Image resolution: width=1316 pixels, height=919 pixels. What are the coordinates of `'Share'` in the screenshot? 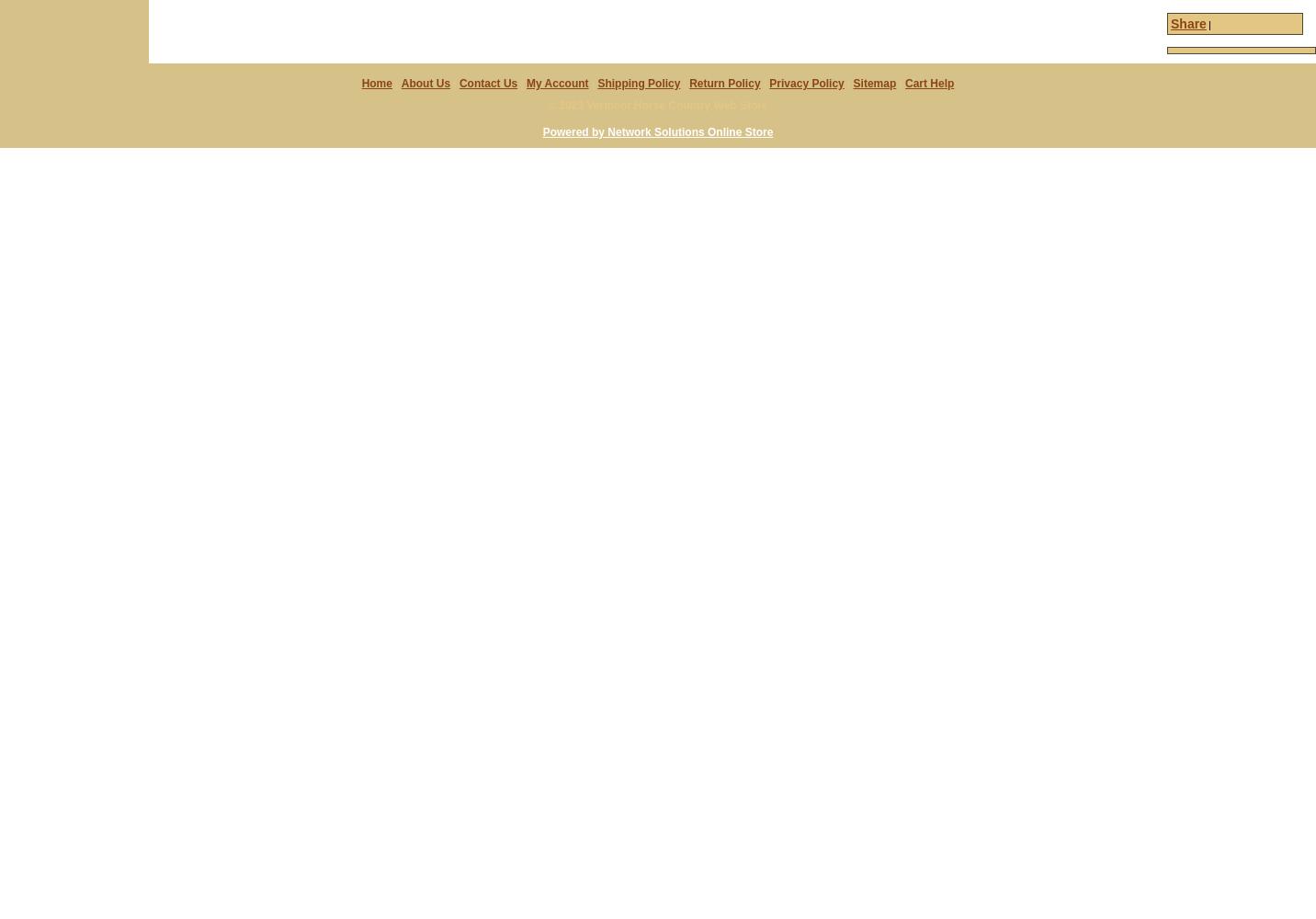 It's located at (1187, 23).